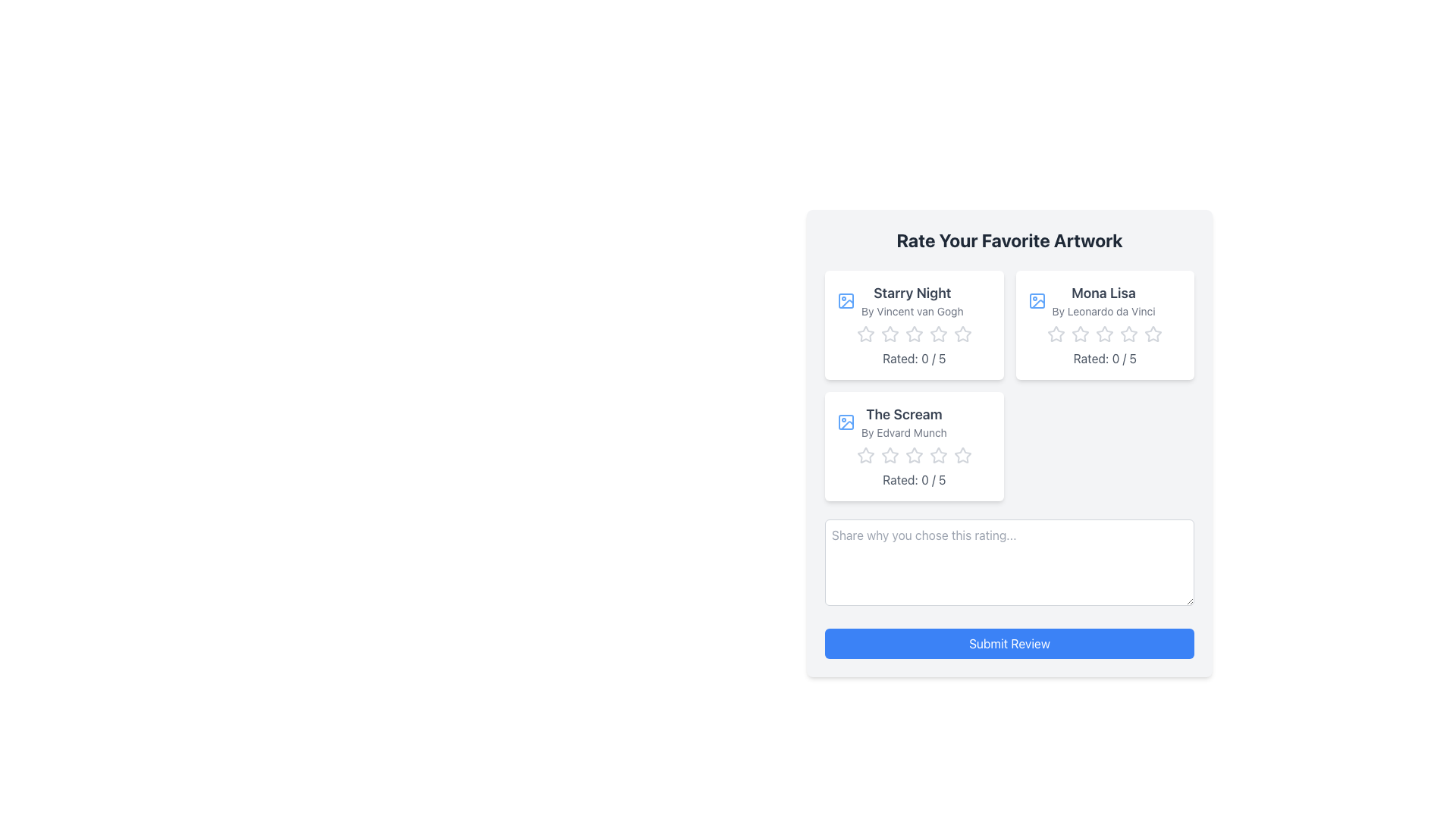 The height and width of the screenshot is (819, 1456). Describe the element at coordinates (1080, 333) in the screenshot. I see `the second star icon in the rating system for the 'Mona Lisa' artwork to set the rating` at that location.